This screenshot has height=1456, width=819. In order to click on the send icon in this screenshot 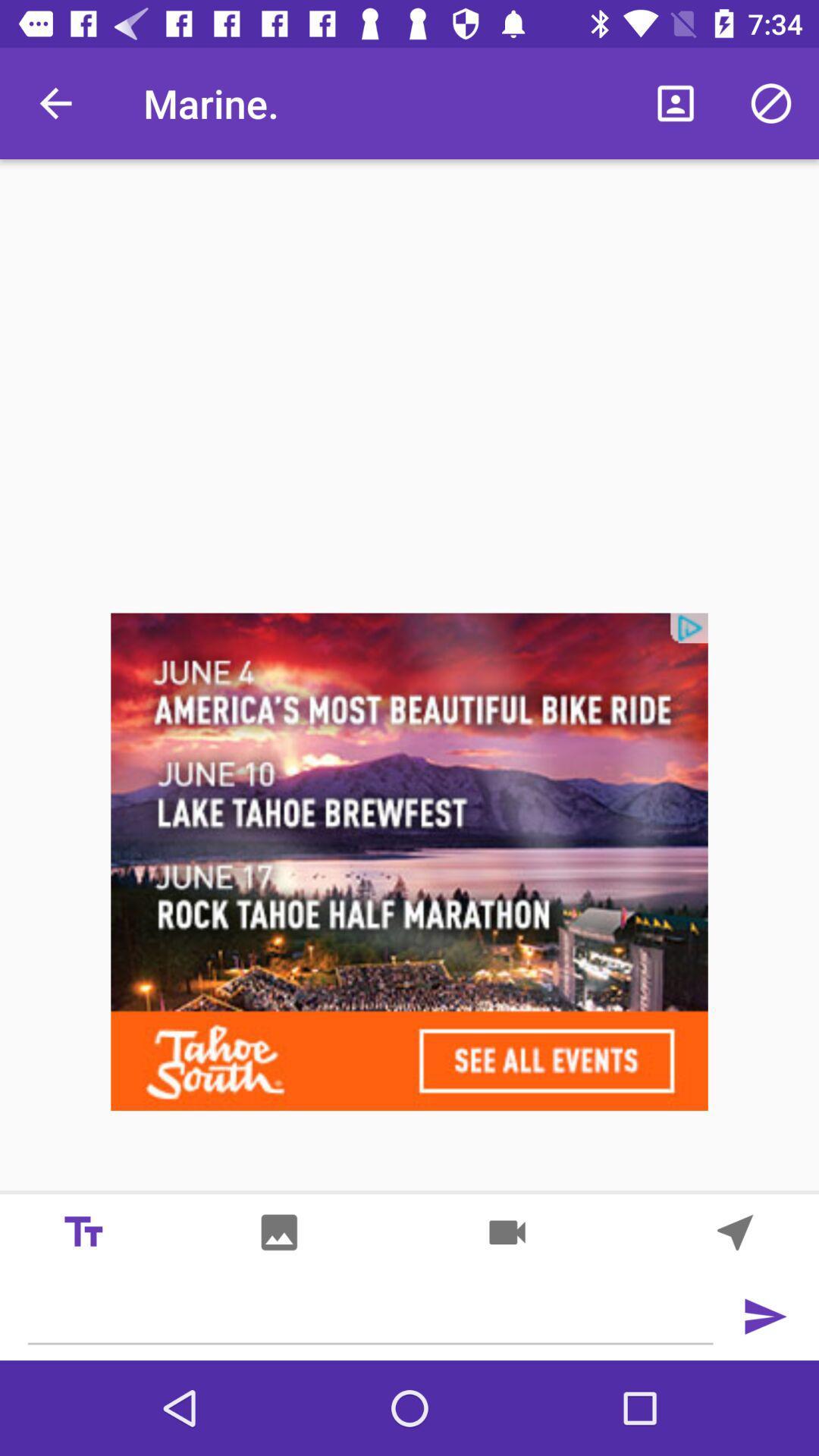, I will do `click(764, 1316)`.